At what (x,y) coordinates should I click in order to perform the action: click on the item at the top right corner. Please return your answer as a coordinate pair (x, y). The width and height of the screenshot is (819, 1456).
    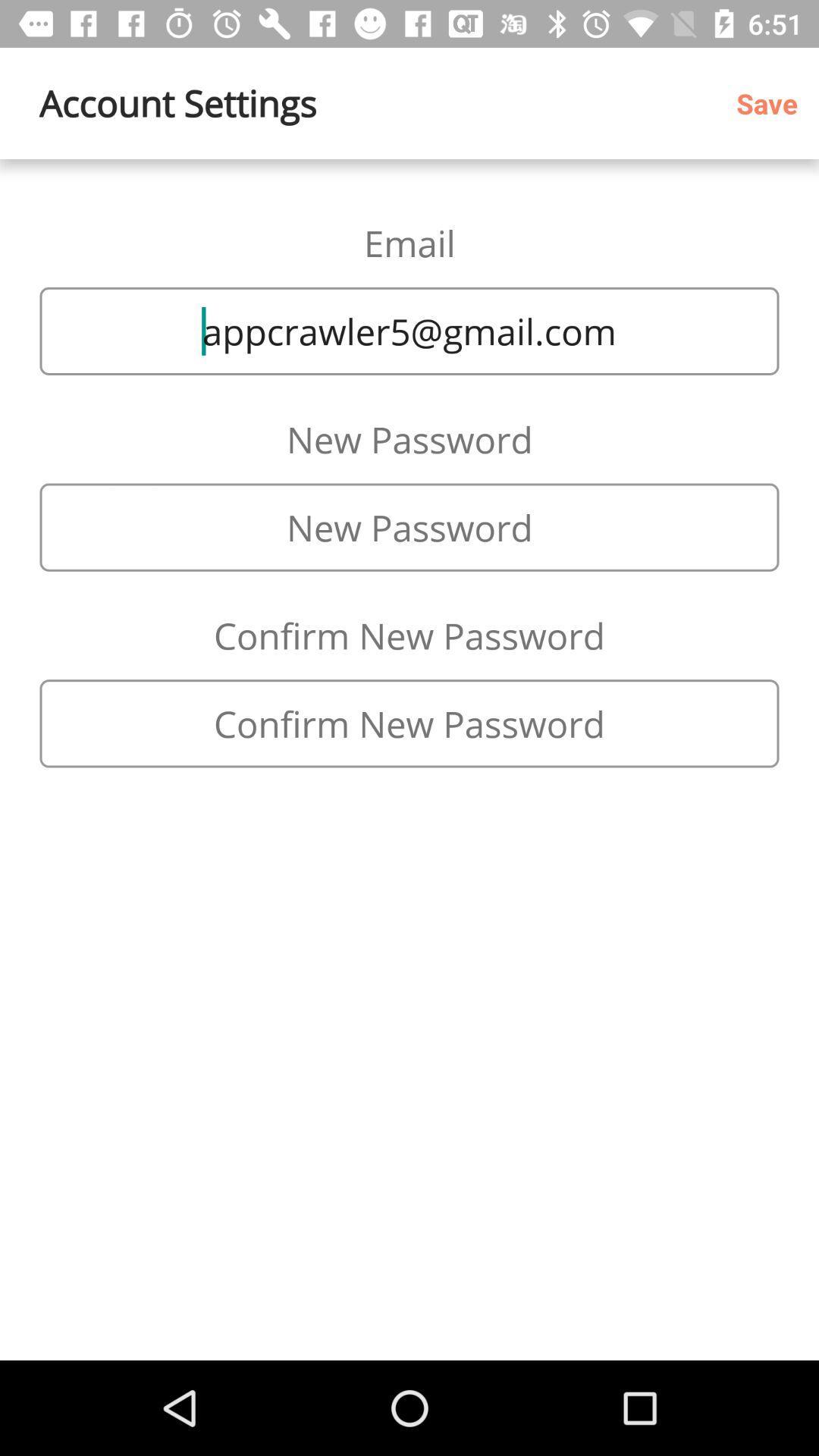
    Looking at the image, I should click on (772, 102).